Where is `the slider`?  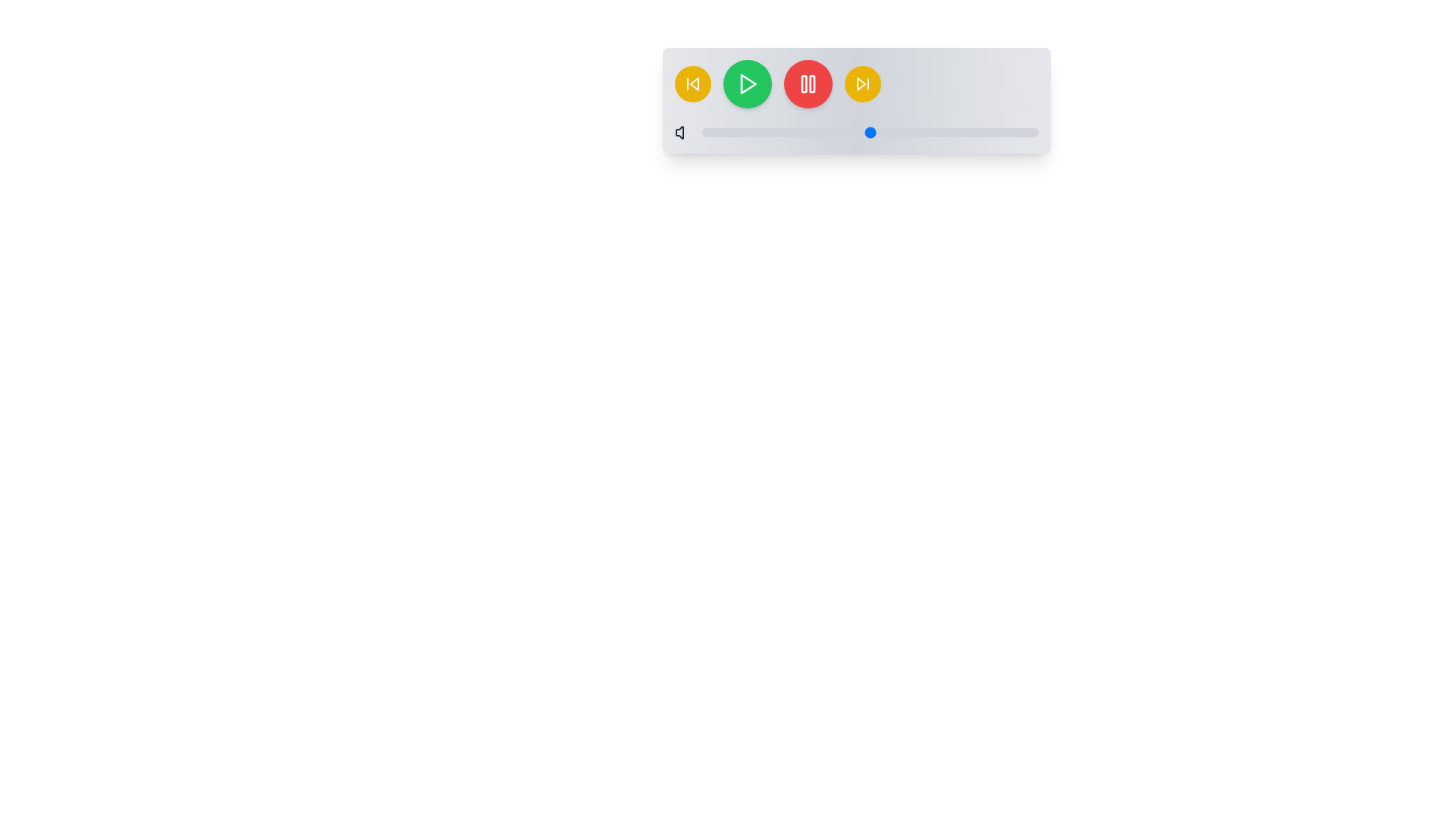
the slider is located at coordinates (880, 131).